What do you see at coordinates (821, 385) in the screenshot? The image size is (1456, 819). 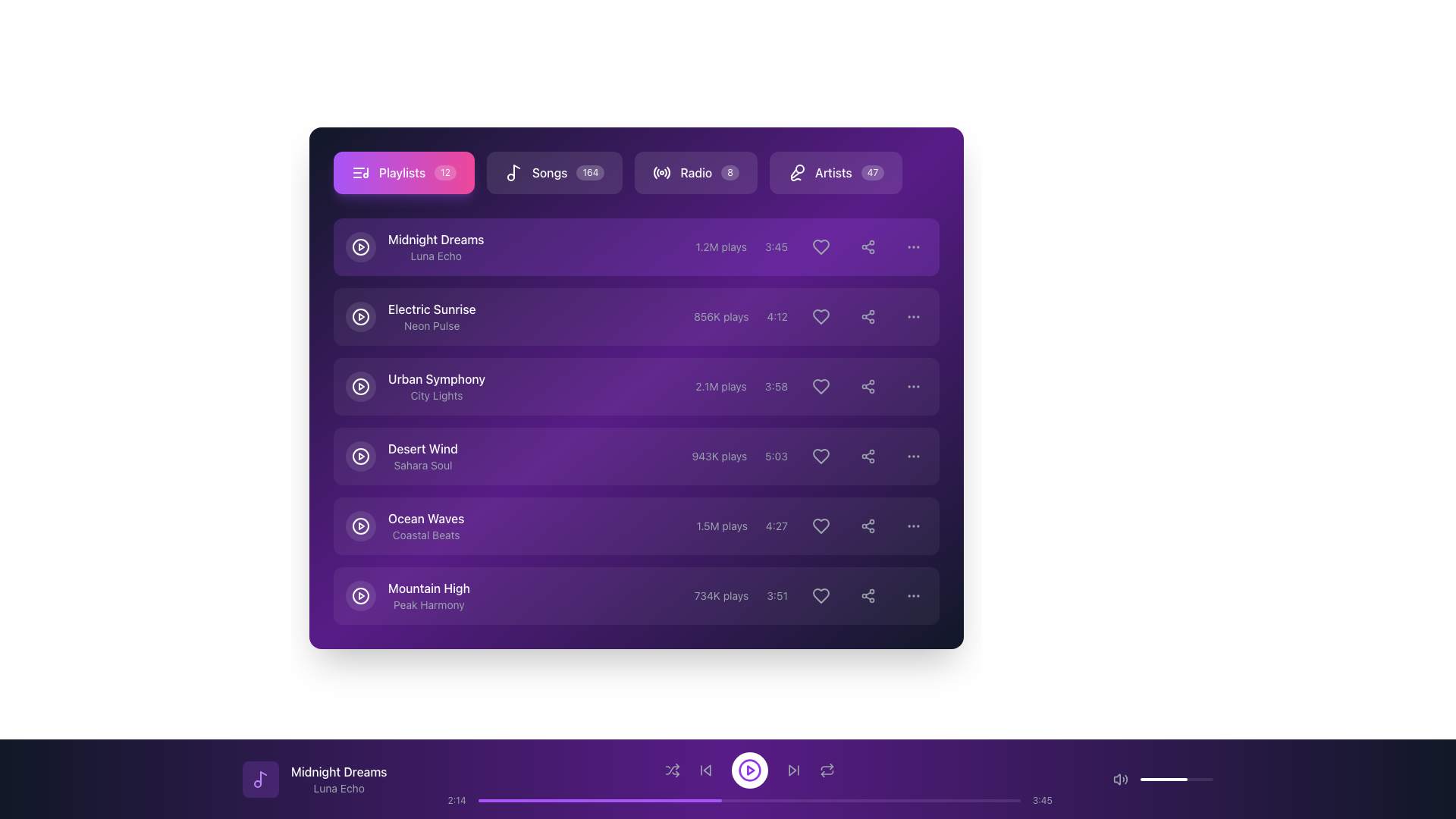 I see `the heart-shaped icon button located in the third row of the 'Urban Symphony' entry` at bounding box center [821, 385].